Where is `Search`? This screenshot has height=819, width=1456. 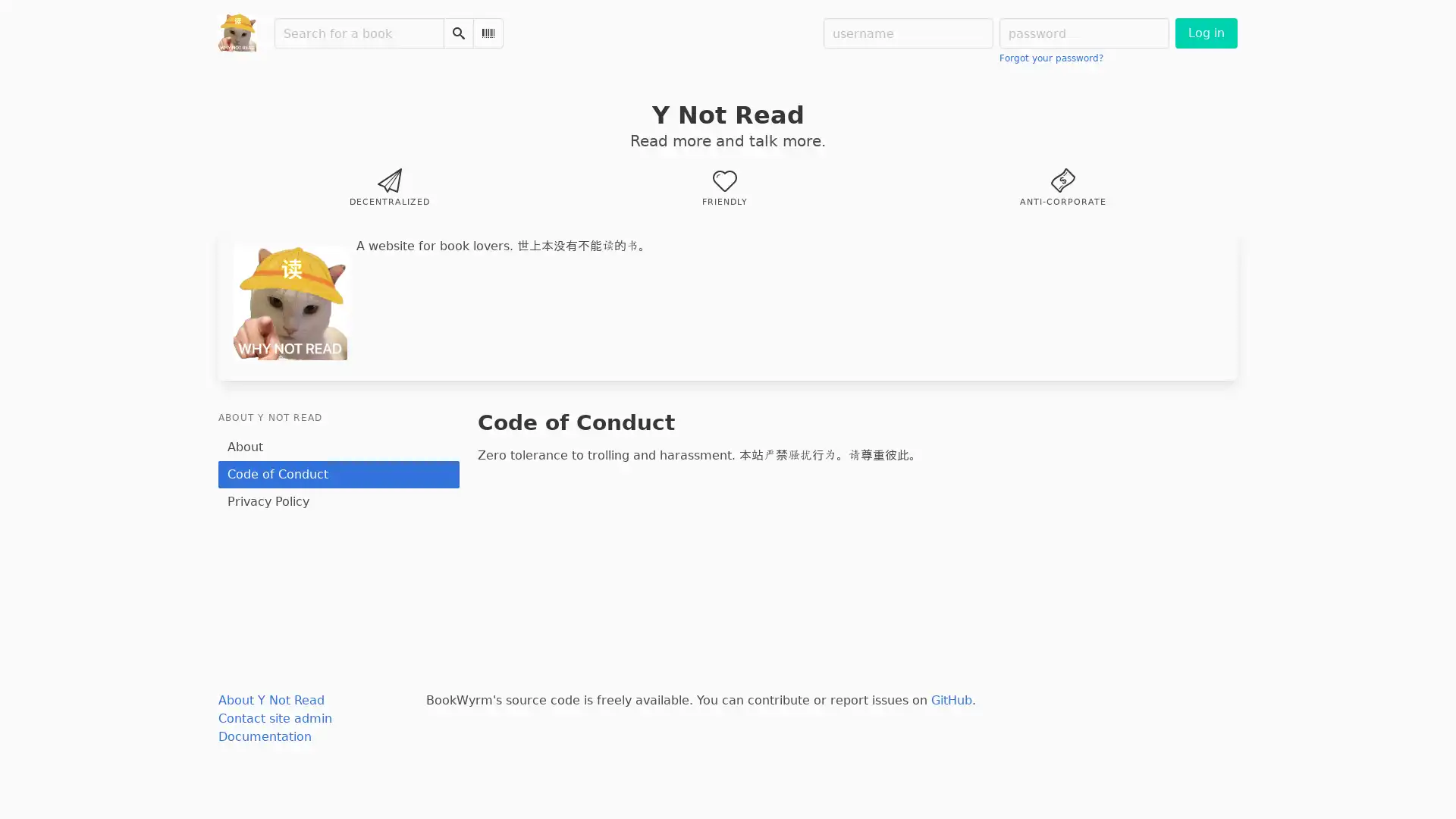
Search is located at coordinates (457, 33).